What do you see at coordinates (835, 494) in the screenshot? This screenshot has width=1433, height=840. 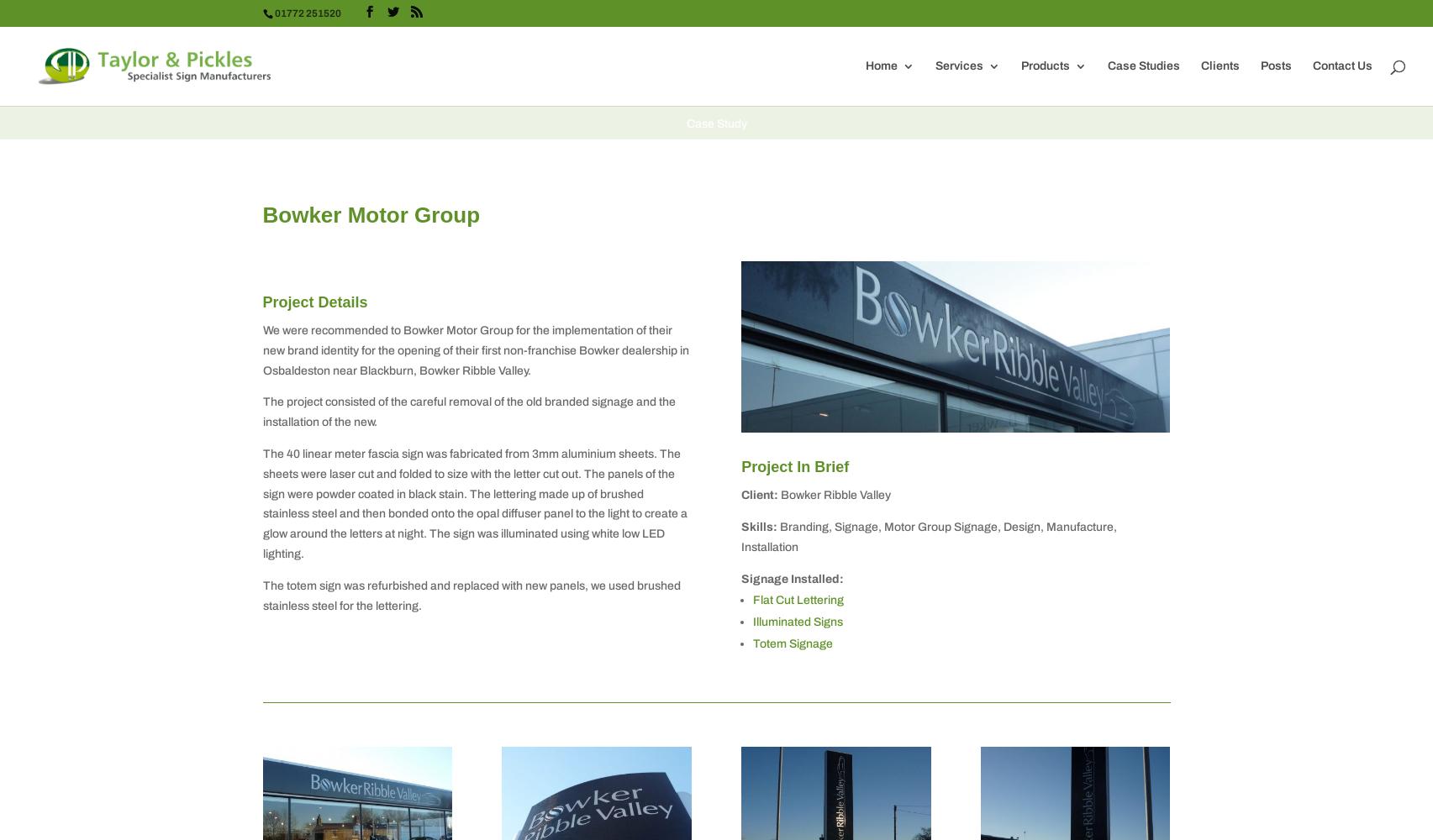 I see `'Bowker Ribble Valley'` at bounding box center [835, 494].